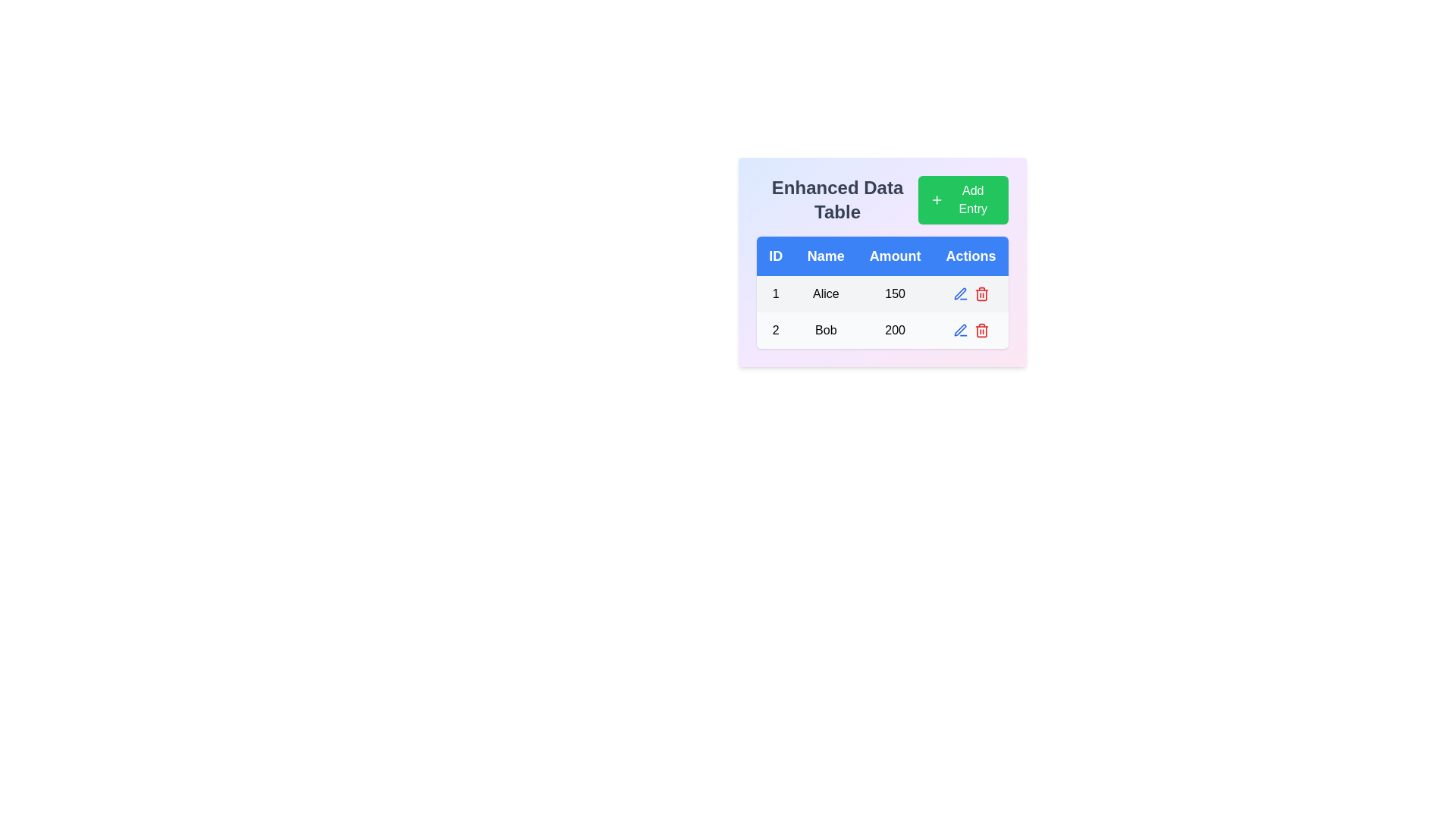 This screenshot has width=1456, height=819. I want to click on the red trash bin icon within the interactive control group in the 'Actions' column of the data table row labeled '2 Bob 200', so click(971, 329).